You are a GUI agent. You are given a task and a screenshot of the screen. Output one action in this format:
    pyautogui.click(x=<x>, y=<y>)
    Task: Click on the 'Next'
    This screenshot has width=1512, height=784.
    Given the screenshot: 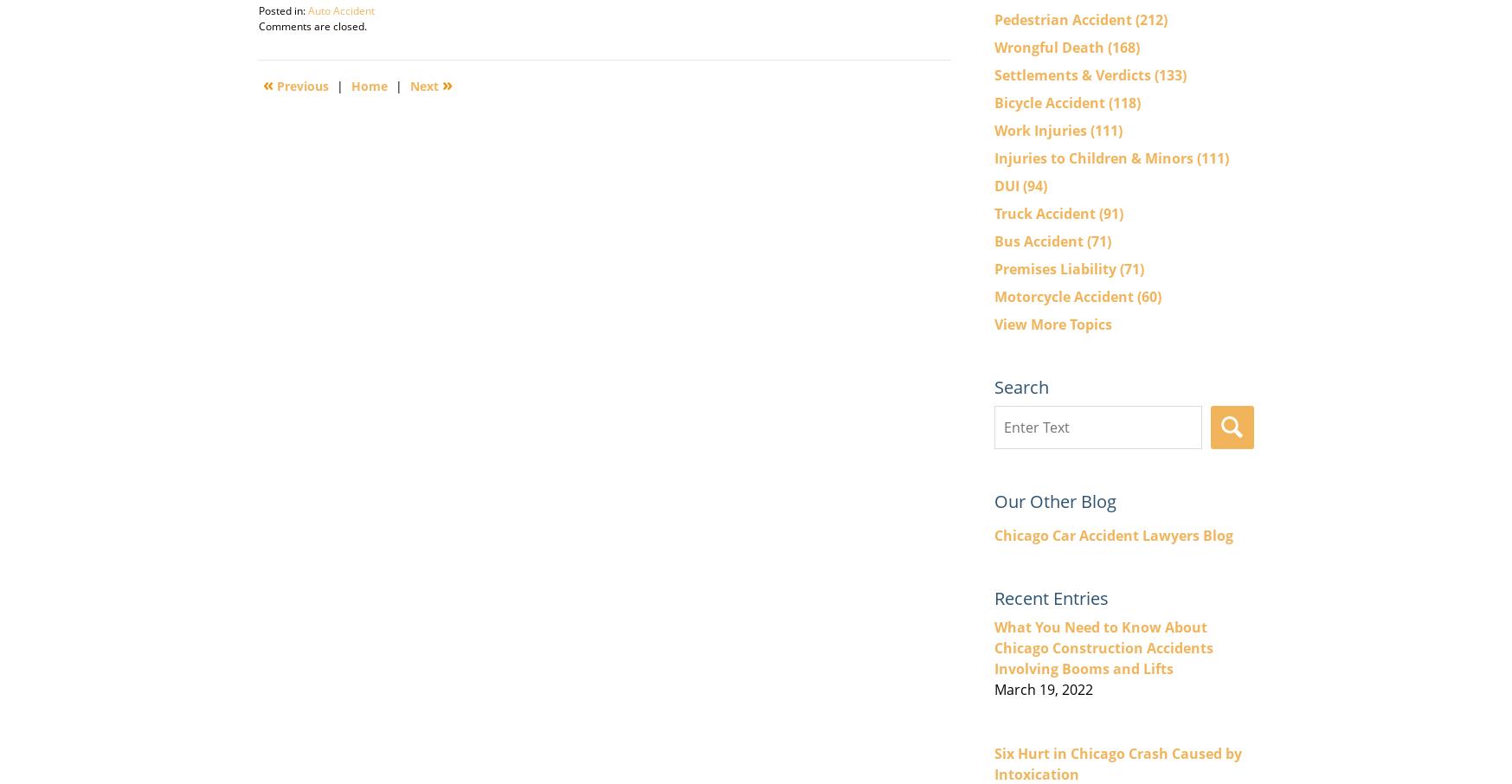 What is the action you would take?
    pyautogui.click(x=424, y=84)
    